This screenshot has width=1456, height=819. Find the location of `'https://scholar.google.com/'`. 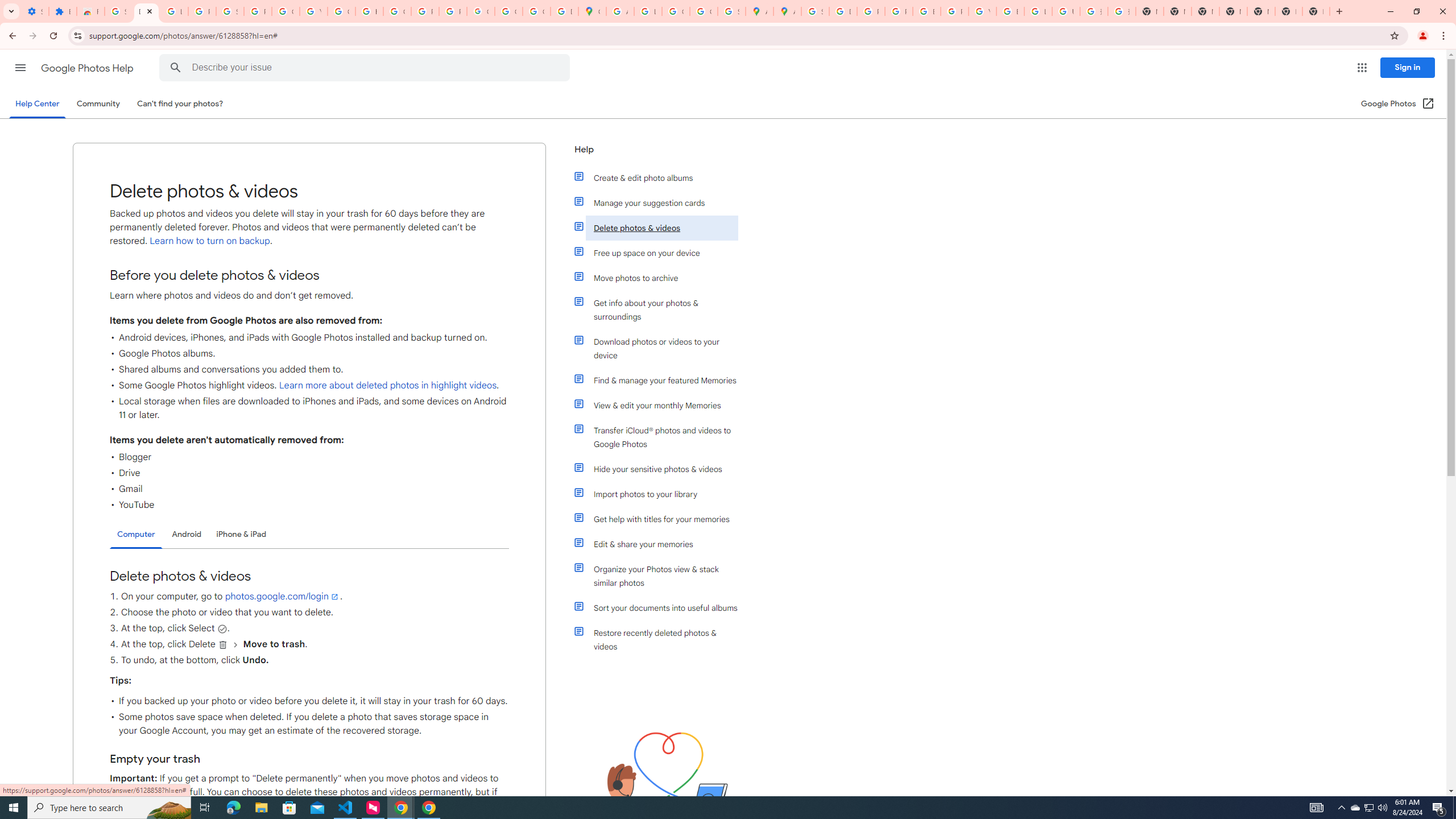

'https://scholar.google.com/' is located at coordinates (369, 11).